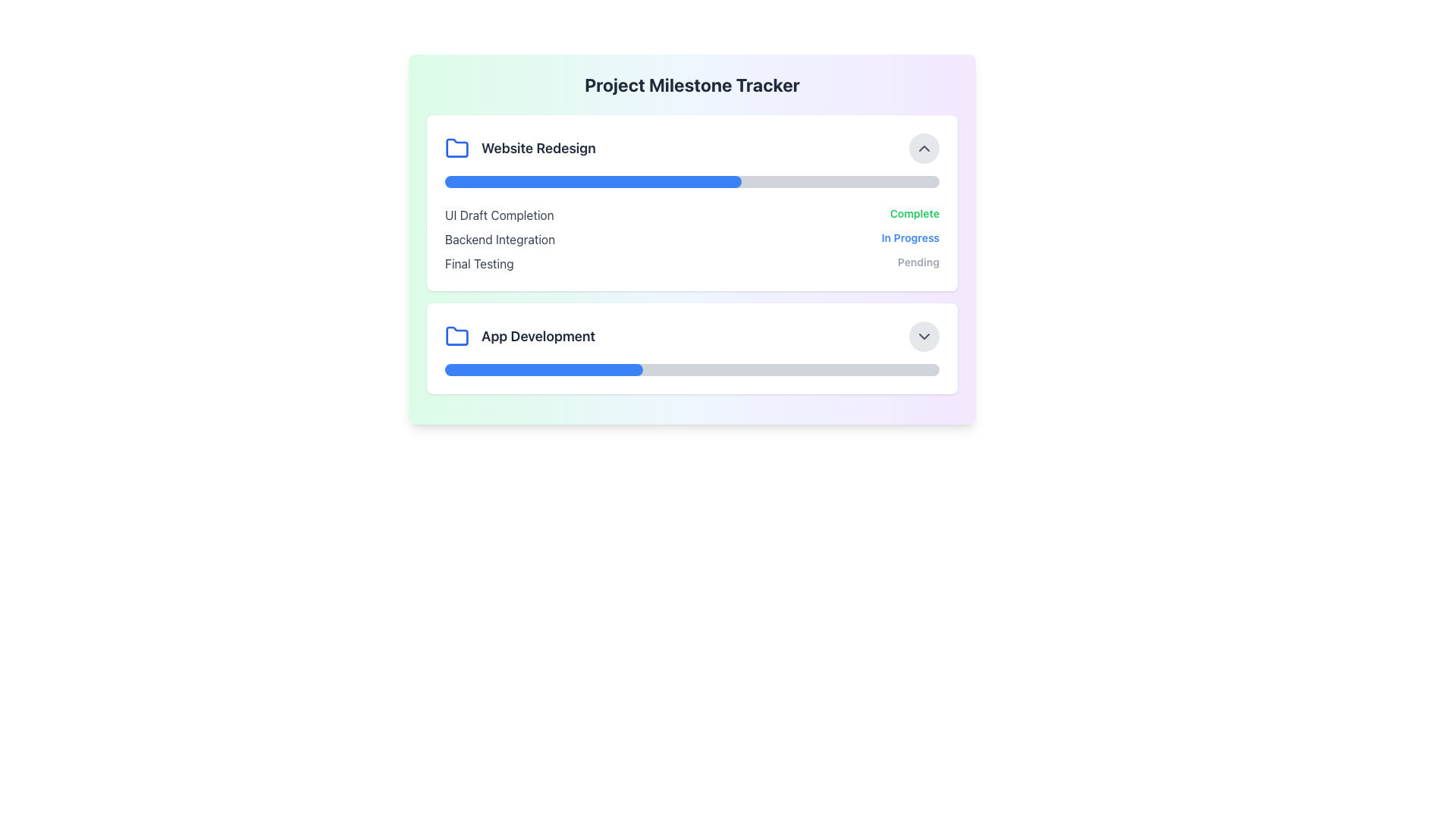 Image resolution: width=1456 pixels, height=819 pixels. What do you see at coordinates (691, 180) in the screenshot?
I see `the progress visually by focusing on the Progress Bar that represents the completion of the 'Website Redesign' milestone located in the 'Project Milestone Tracker' interface, directly below the header text 'Website Redesign'` at bounding box center [691, 180].